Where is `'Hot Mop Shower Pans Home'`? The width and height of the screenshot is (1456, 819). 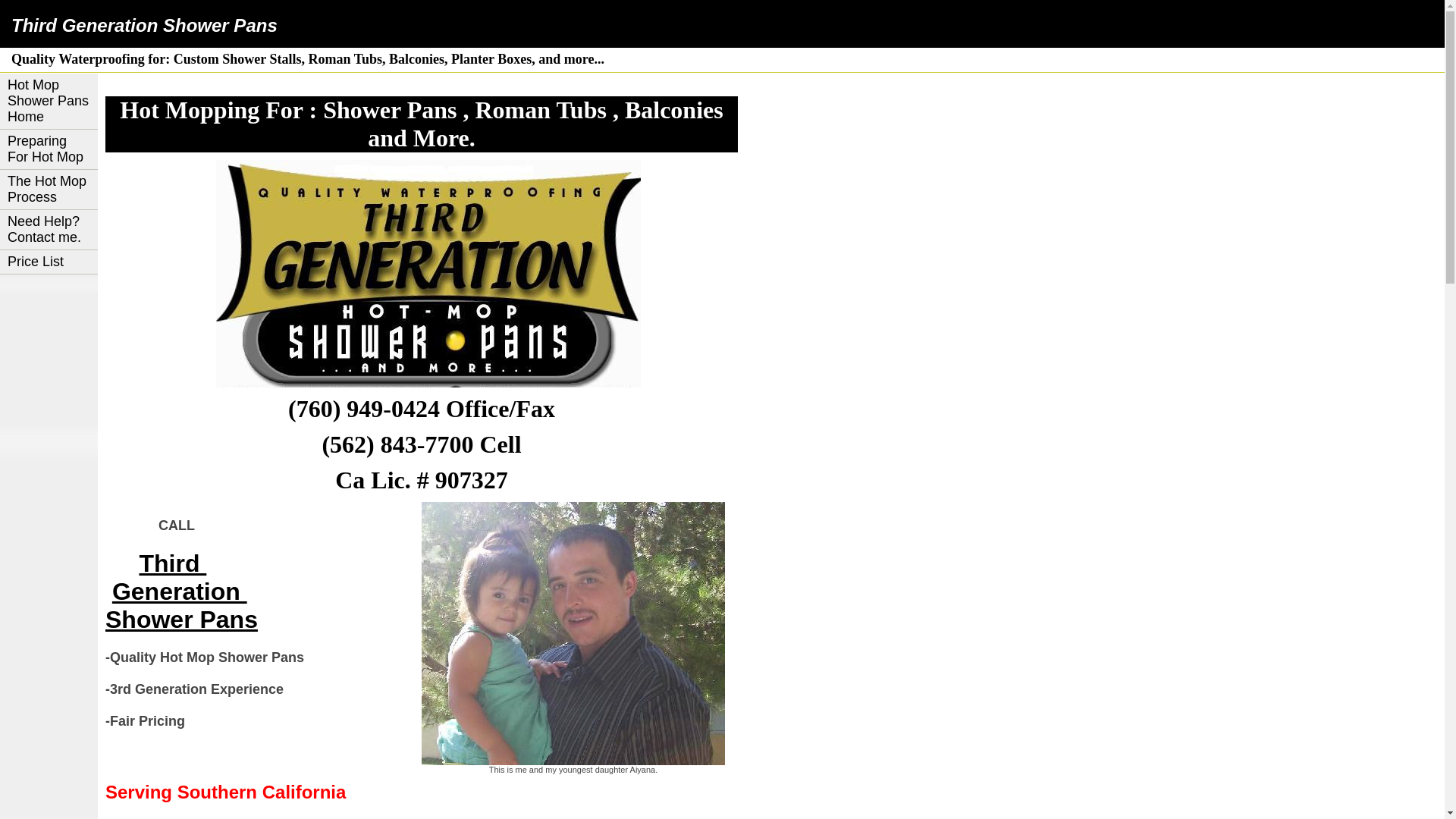 'Hot Mop Shower Pans Home' is located at coordinates (49, 102).